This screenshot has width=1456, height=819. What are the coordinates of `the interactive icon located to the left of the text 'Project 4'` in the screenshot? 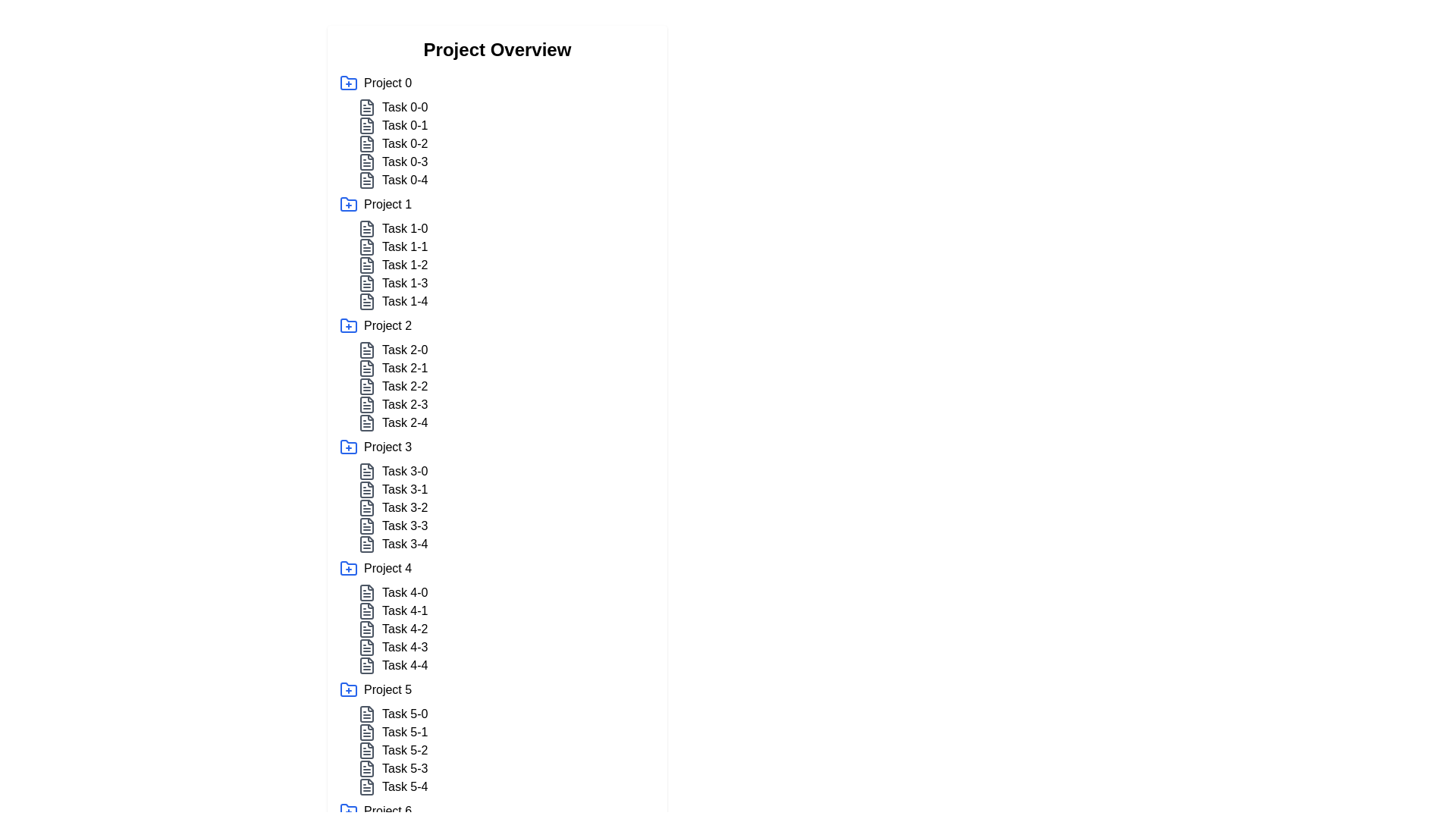 It's located at (348, 568).